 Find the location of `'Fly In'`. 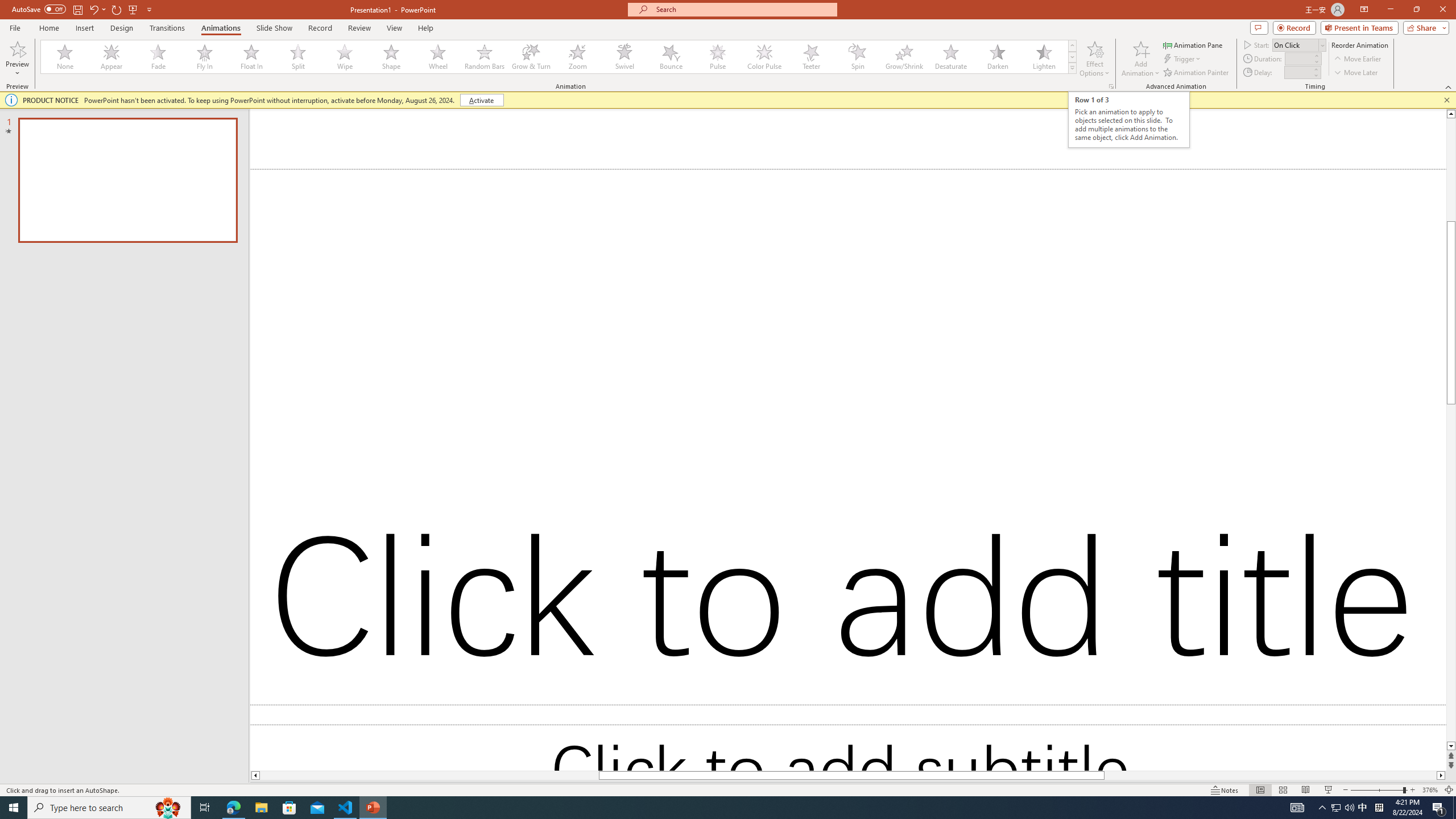

'Fly In' is located at coordinates (204, 56).